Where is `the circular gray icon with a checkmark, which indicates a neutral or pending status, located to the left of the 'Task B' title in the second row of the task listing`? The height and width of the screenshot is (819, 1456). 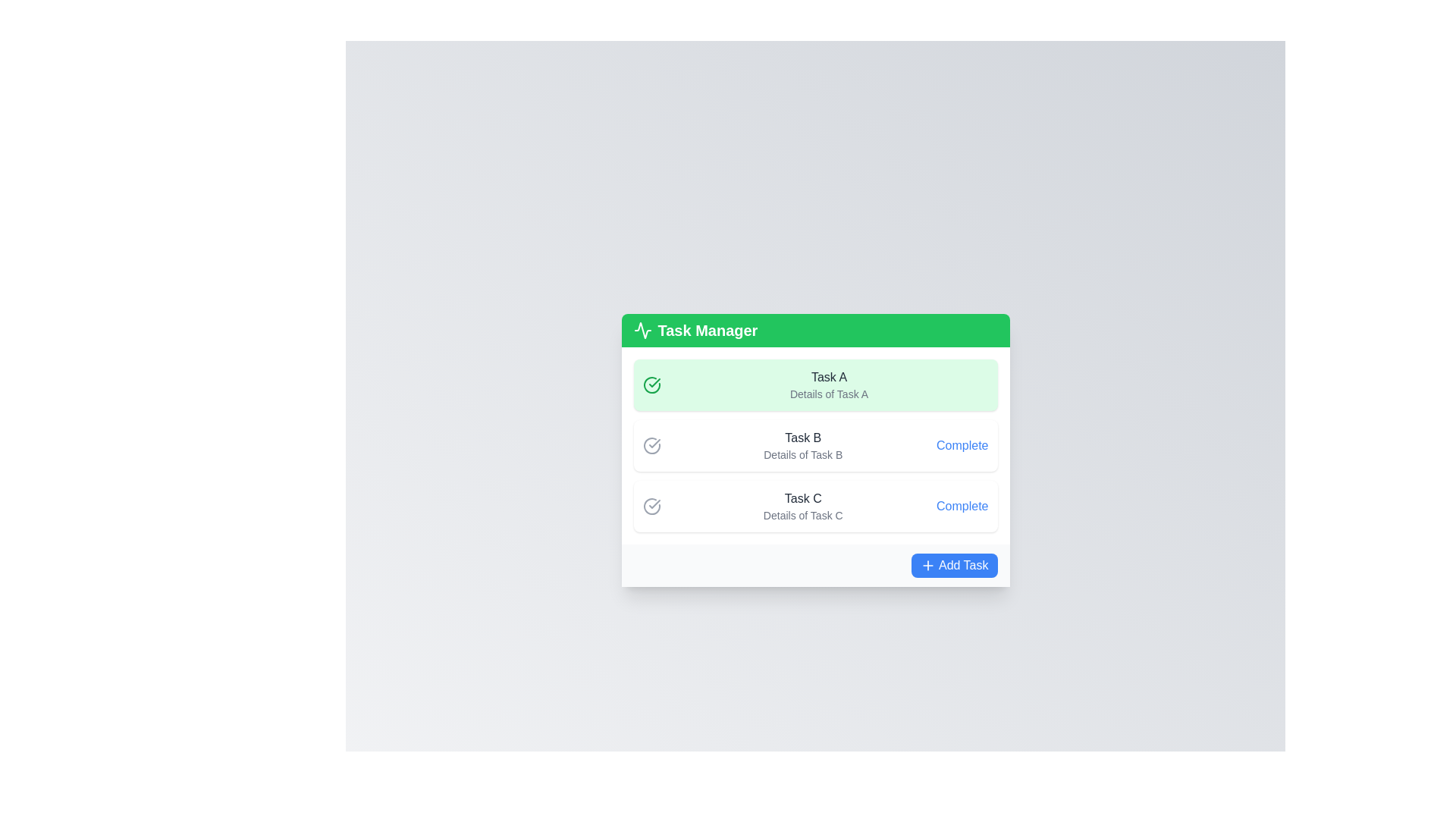 the circular gray icon with a checkmark, which indicates a neutral or pending status, located to the left of the 'Task B' title in the second row of the task listing is located at coordinates (651, 444).